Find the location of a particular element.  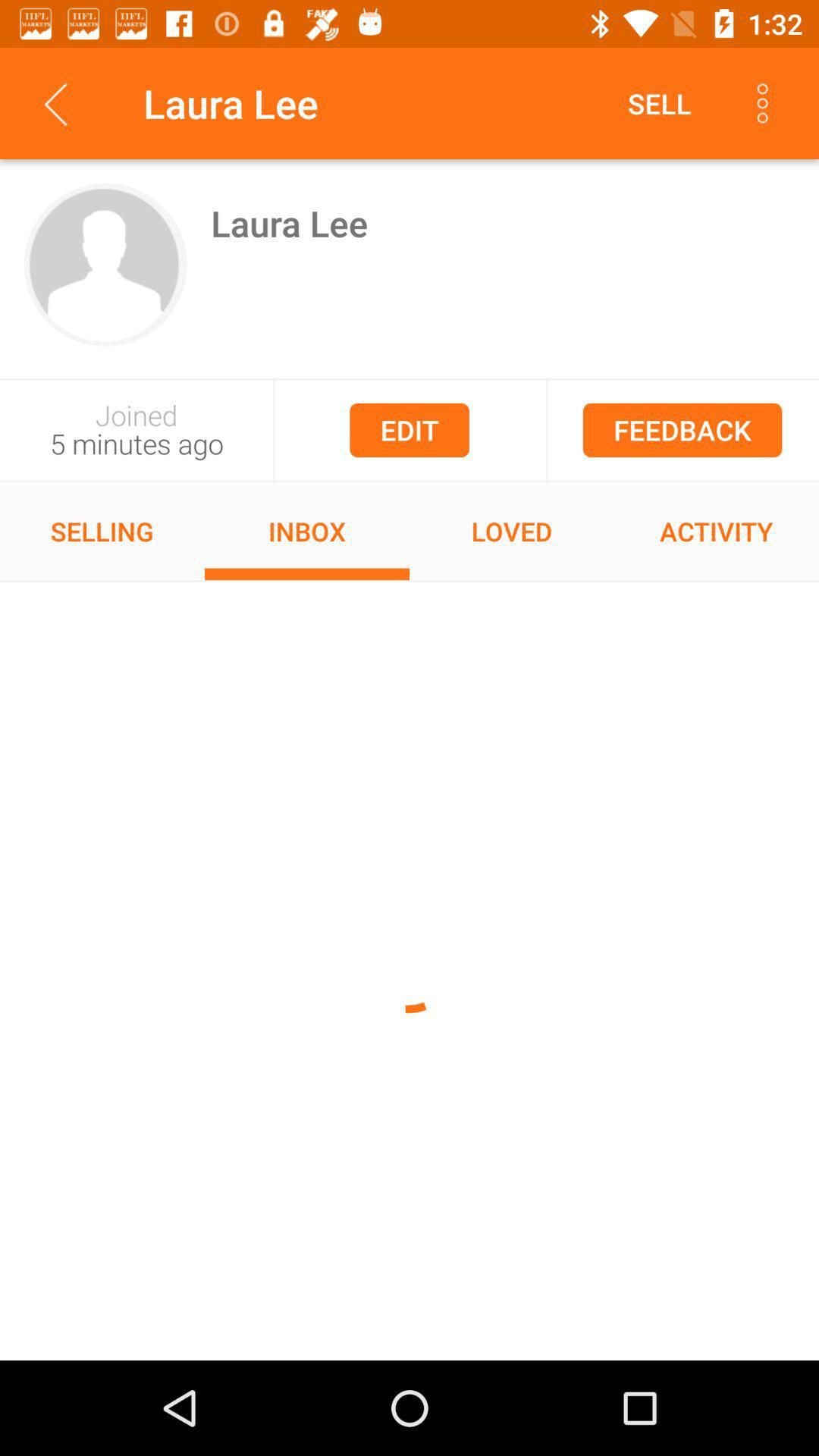

the avatar icon is located at coordinates (105, 265).